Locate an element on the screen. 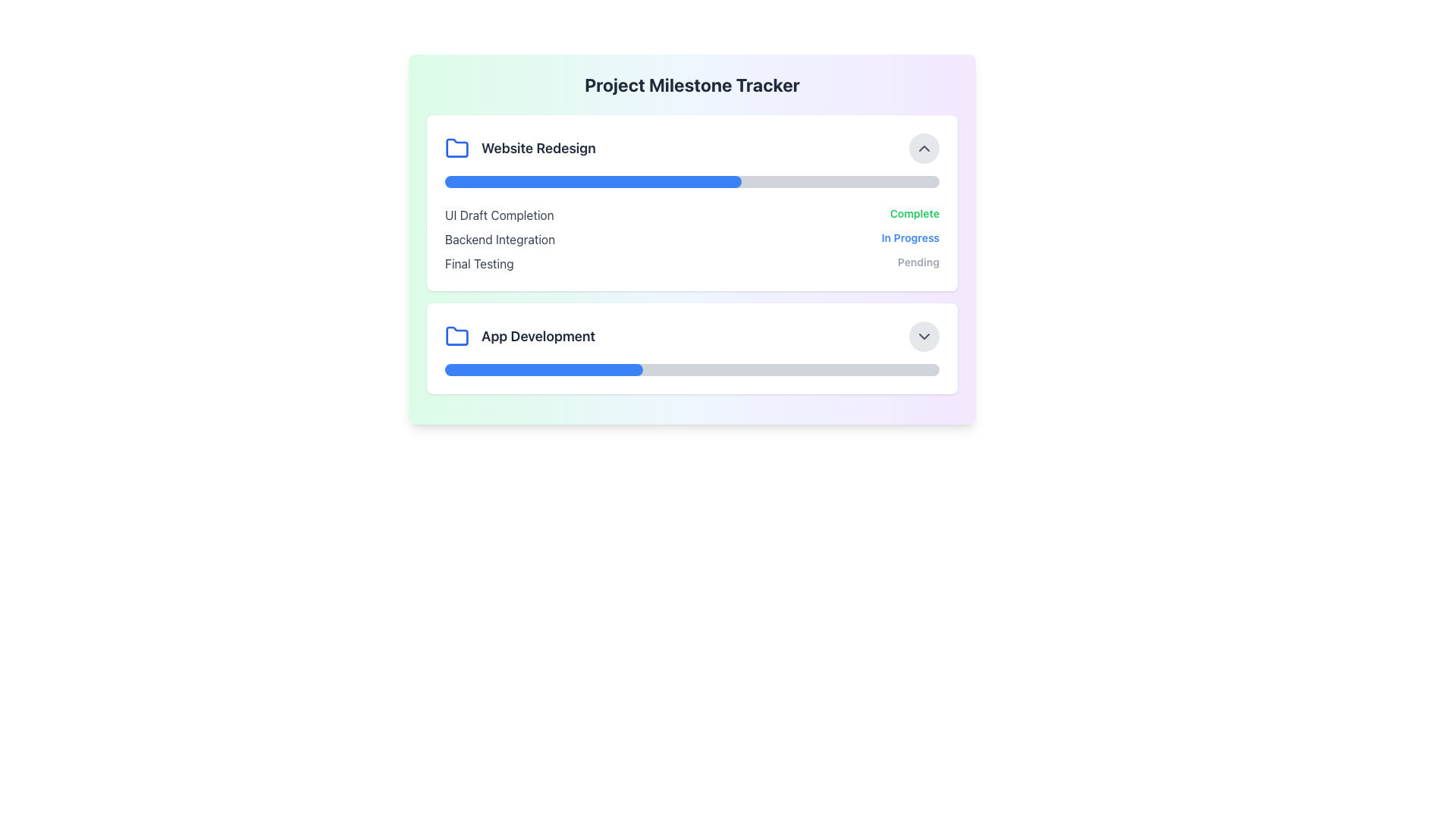 Image resolution: width=1456 pixels, height=819 pixels. the circular gray button in the top-right corner of the 'Website Redesign' project entry is located at coordinates (924, 149).